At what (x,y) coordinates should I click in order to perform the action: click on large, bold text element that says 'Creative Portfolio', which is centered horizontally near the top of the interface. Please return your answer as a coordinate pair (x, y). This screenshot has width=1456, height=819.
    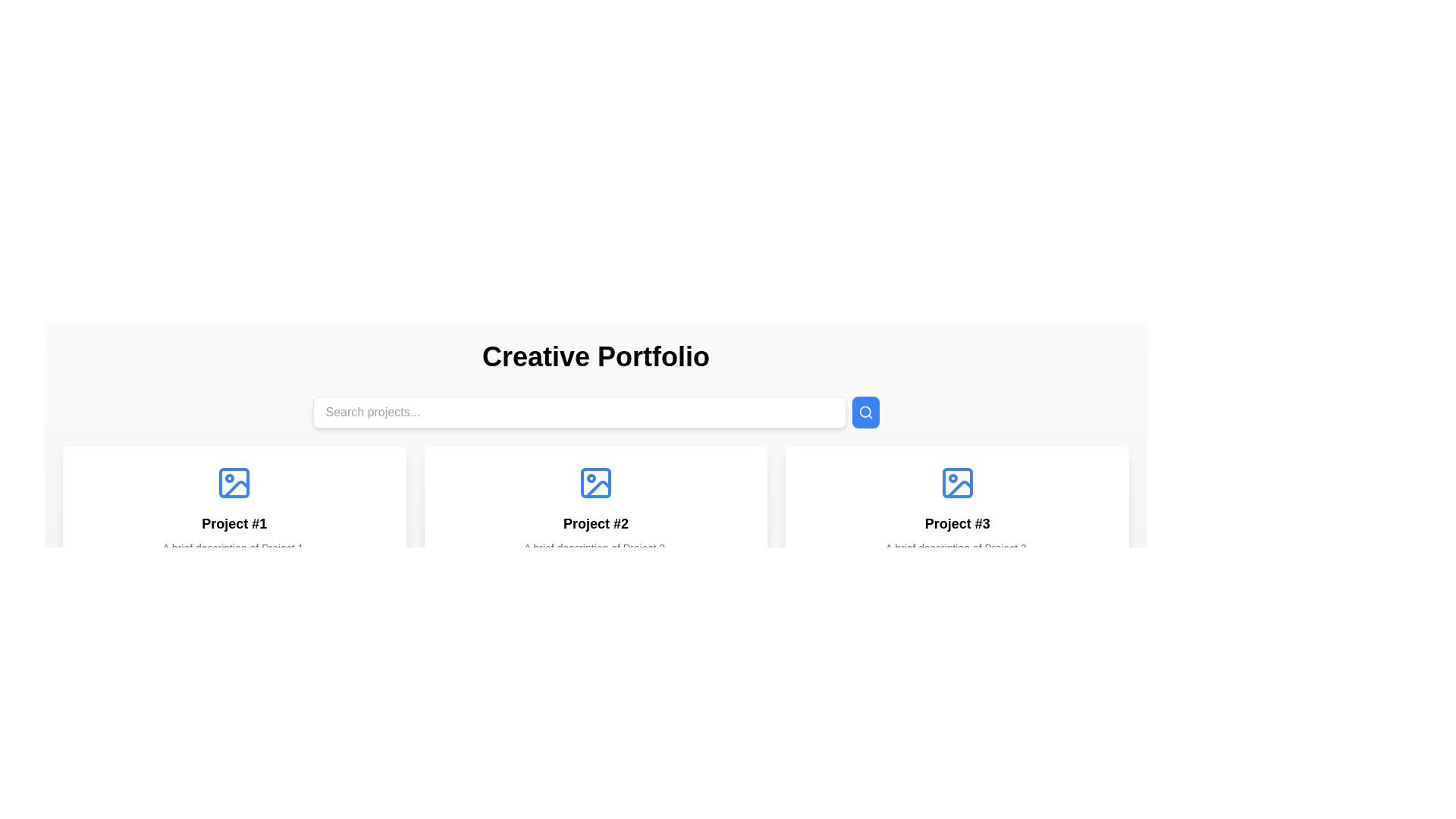
    Looking at the image, I should click on (595, 356).